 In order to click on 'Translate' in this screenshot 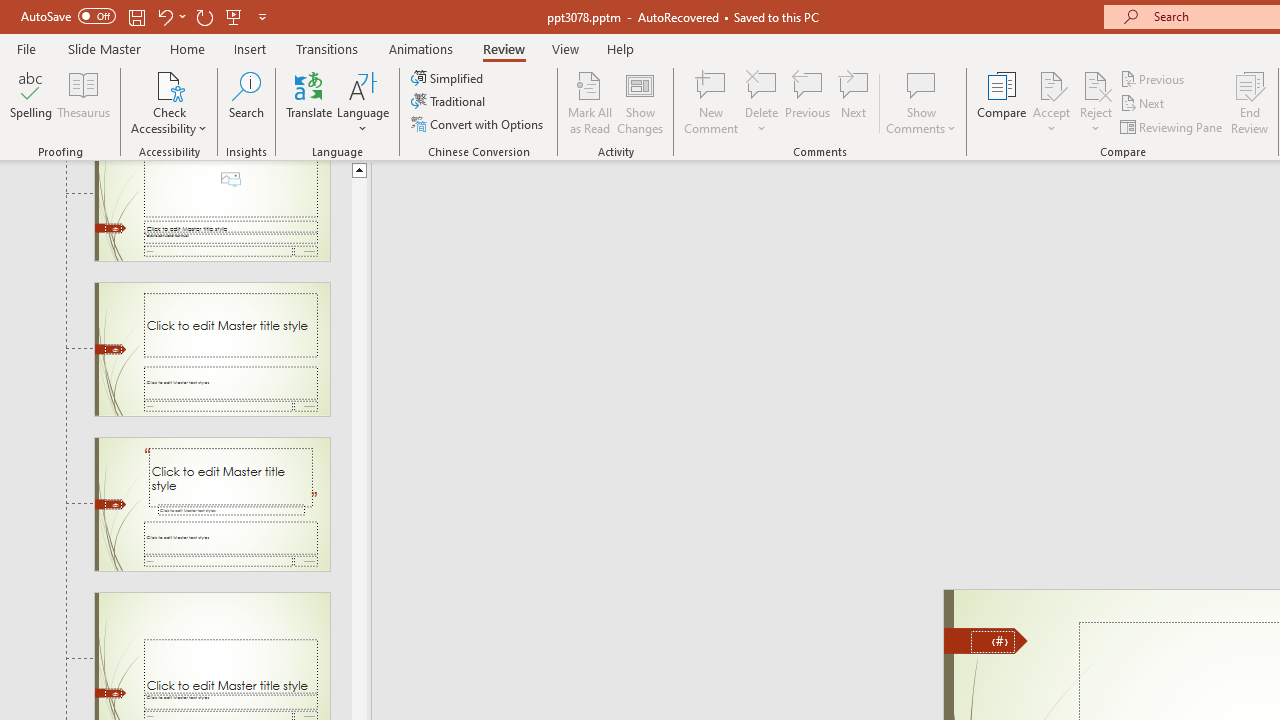, I will do `click(308, 103)`.